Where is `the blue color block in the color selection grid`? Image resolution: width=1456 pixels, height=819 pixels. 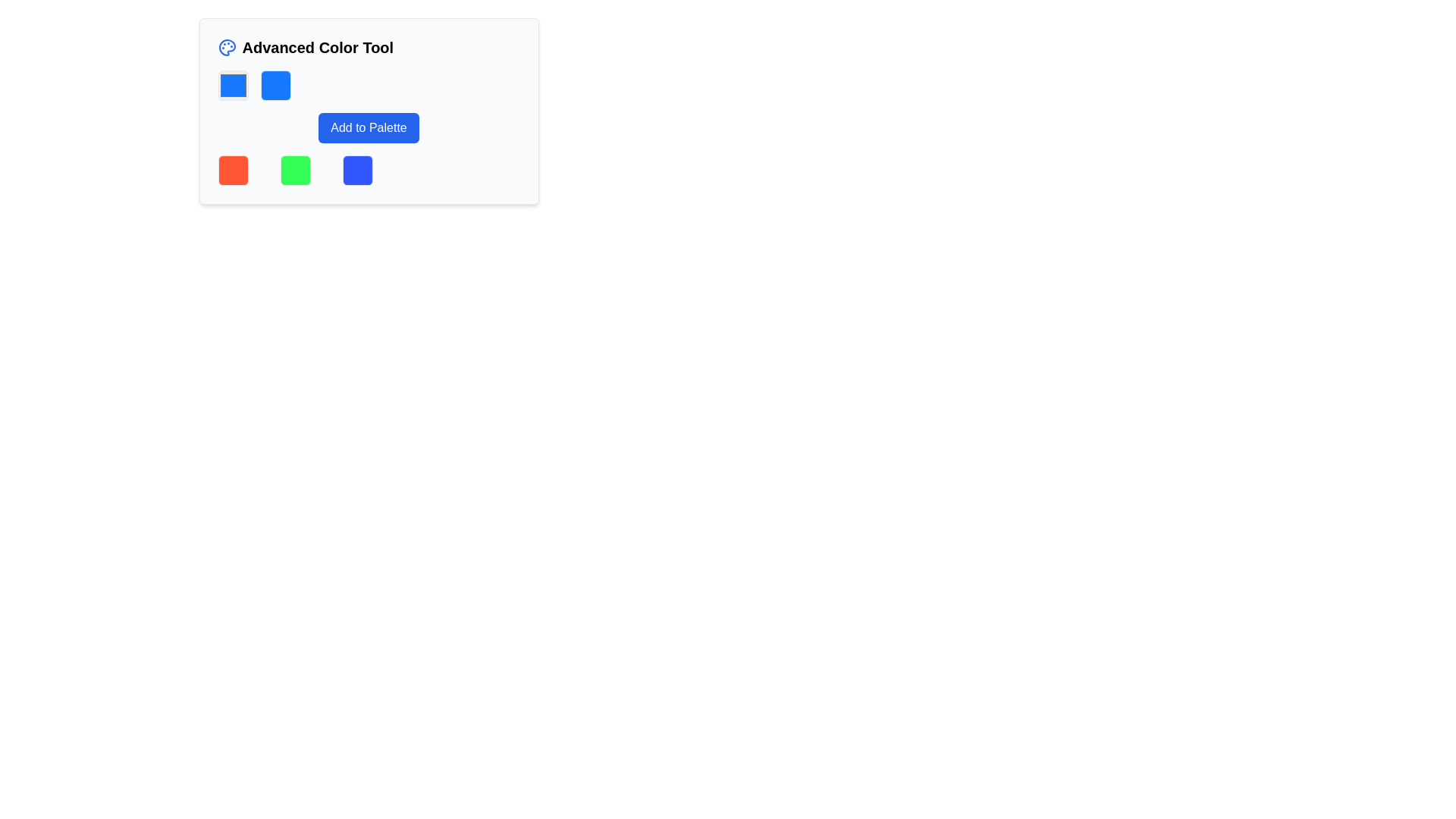
the blue color block in the color selection grid is located at coordinates (369, 170).